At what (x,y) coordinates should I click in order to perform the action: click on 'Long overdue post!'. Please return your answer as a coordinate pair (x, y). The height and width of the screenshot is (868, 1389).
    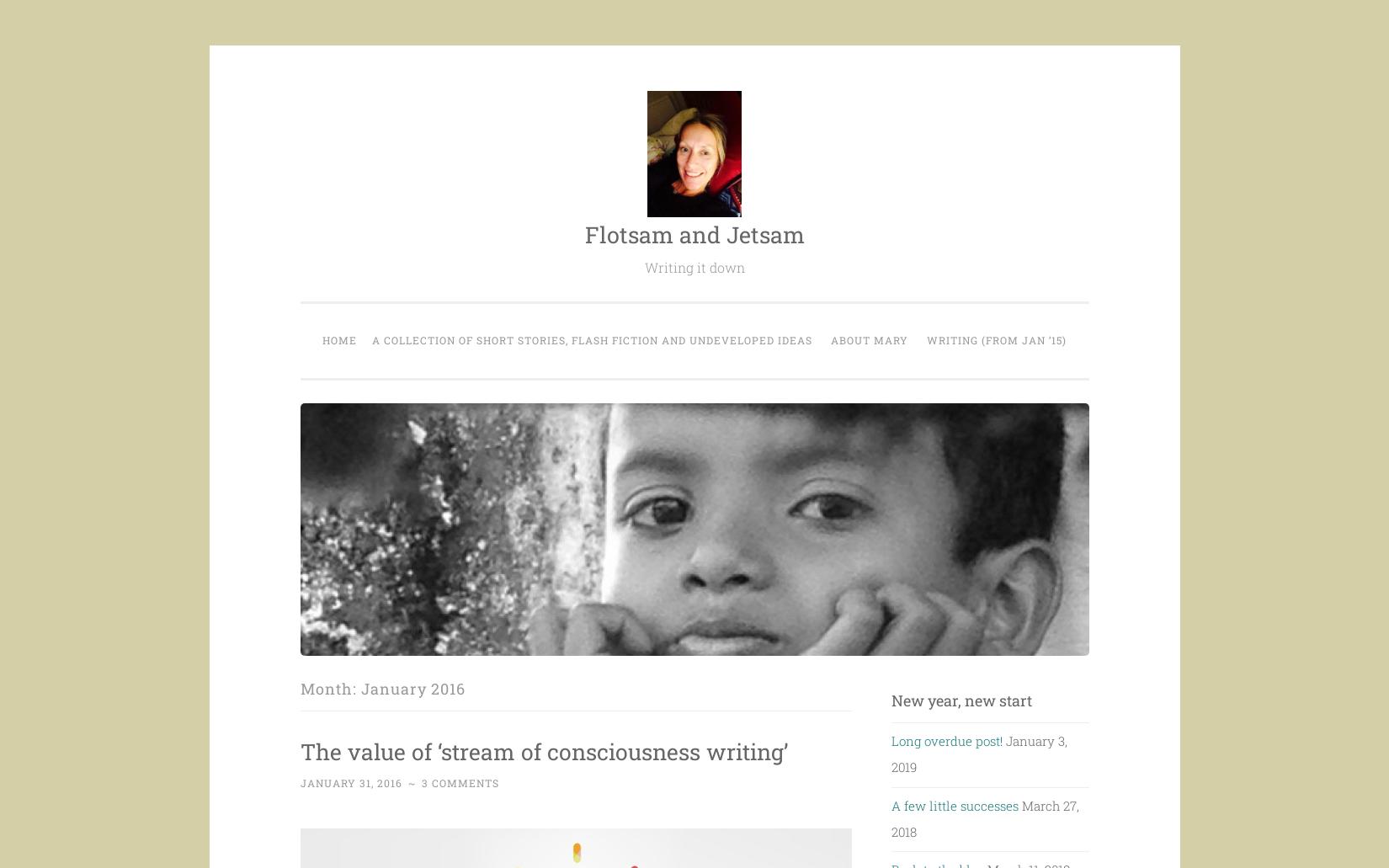
    Looking at the image, I should click on (946, 740).